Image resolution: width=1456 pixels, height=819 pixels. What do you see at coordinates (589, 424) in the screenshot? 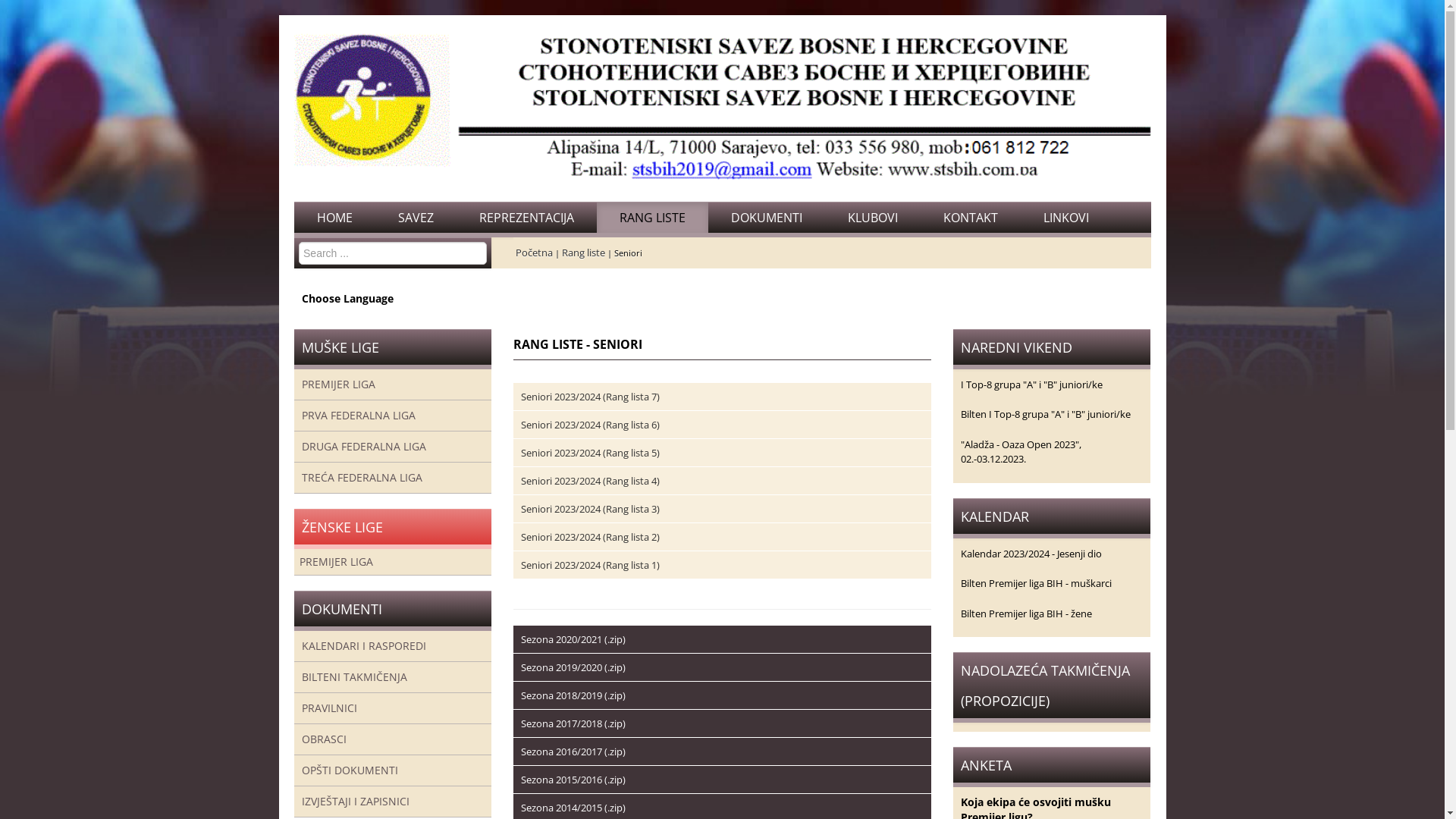
I see `'Seniori 2023/2024 (Rang lista 6)'` at bounding box center [589, 424].